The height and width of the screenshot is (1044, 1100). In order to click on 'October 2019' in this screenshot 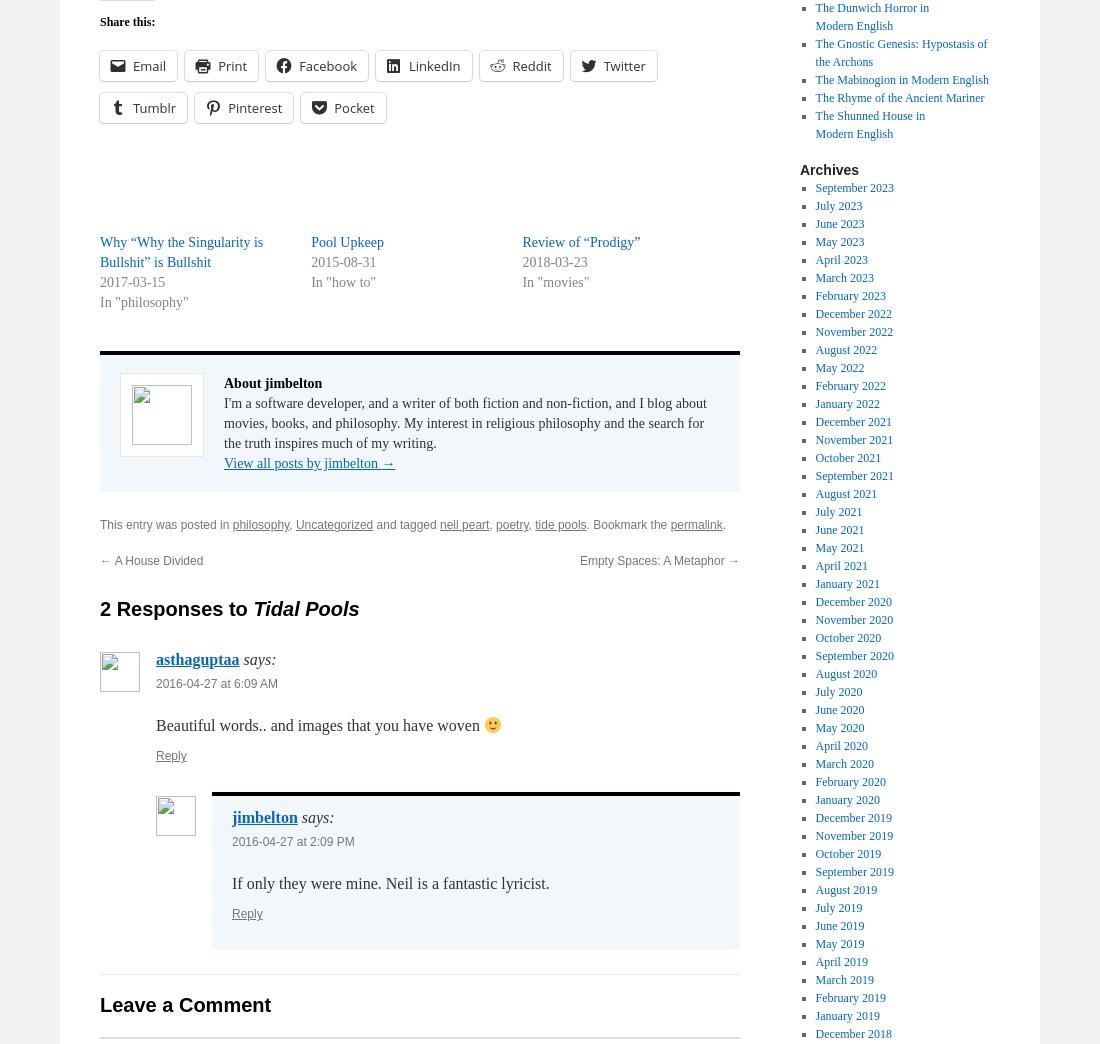, I will do `click(814, 853)`.